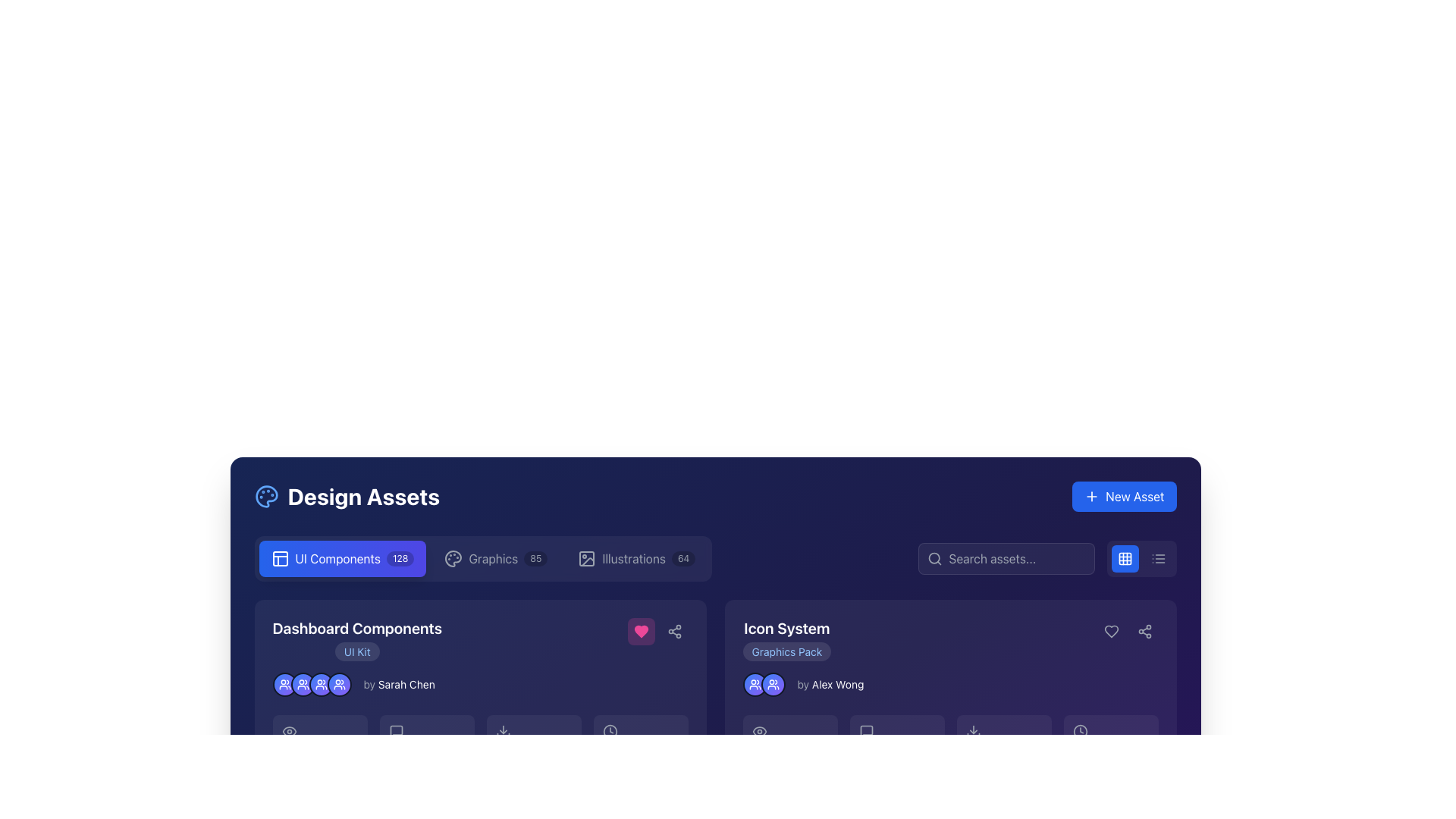 The width and height of the screenshot is (1456, 819). I want to click on the leftmost interactive button in the upper-right-hand side of the interface to change the view layout to a grid format, so click(1125, 558).